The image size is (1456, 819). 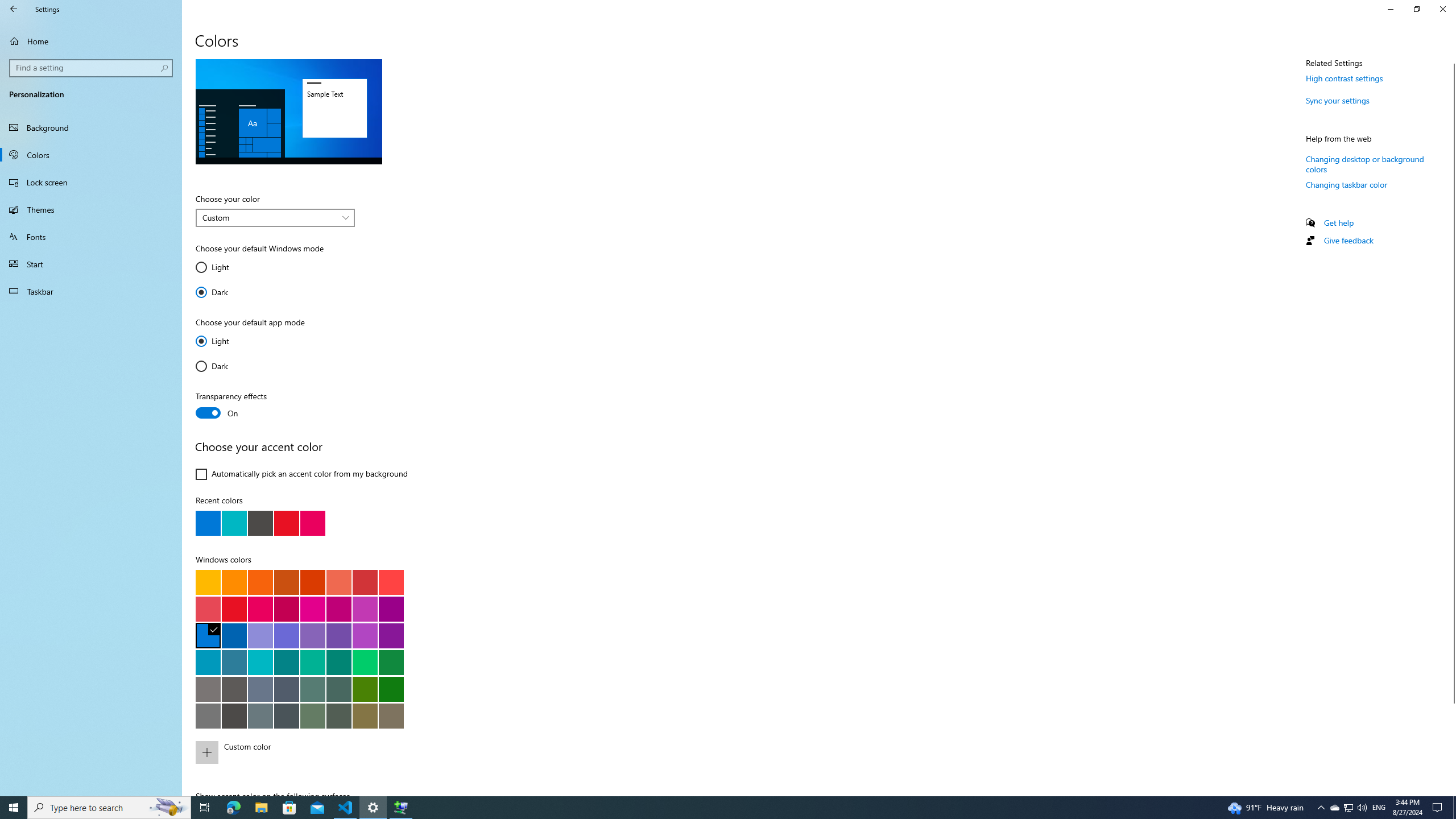 I want to click on 'Dark', so click(x=229, y=366).